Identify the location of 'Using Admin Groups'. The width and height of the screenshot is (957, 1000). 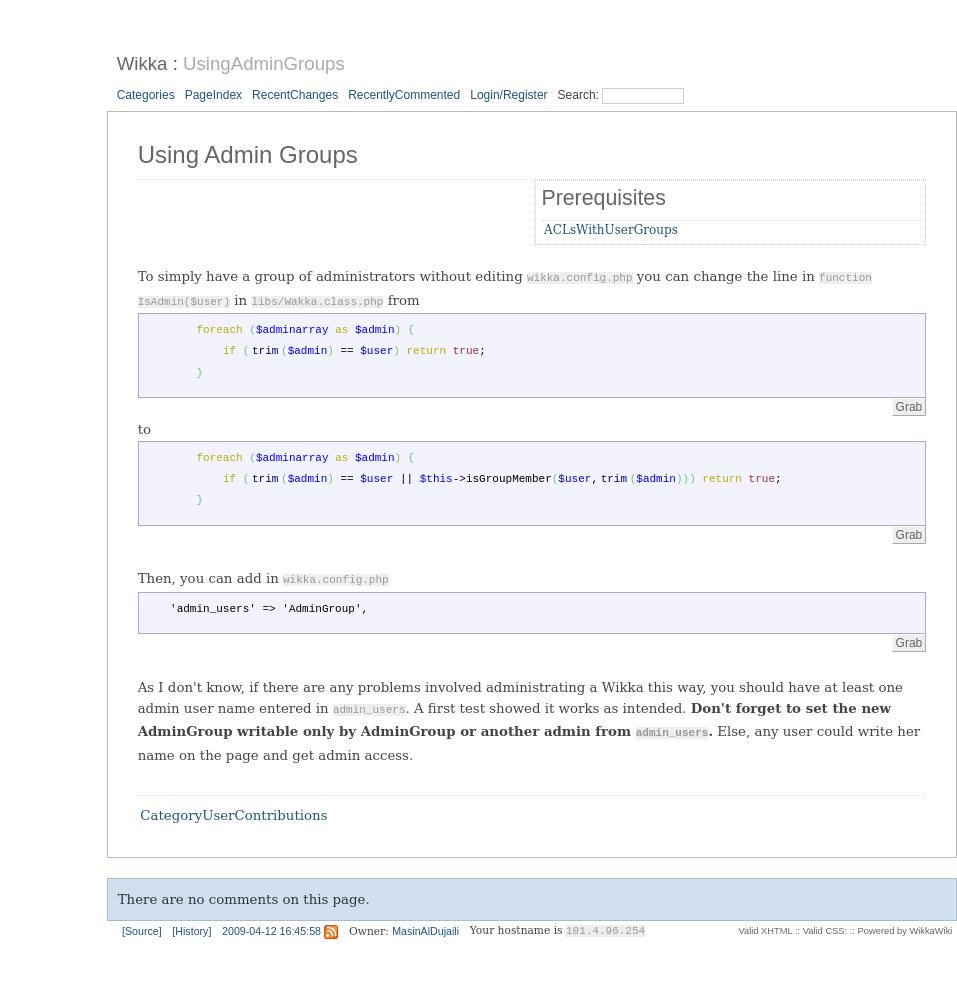
(137, 154).